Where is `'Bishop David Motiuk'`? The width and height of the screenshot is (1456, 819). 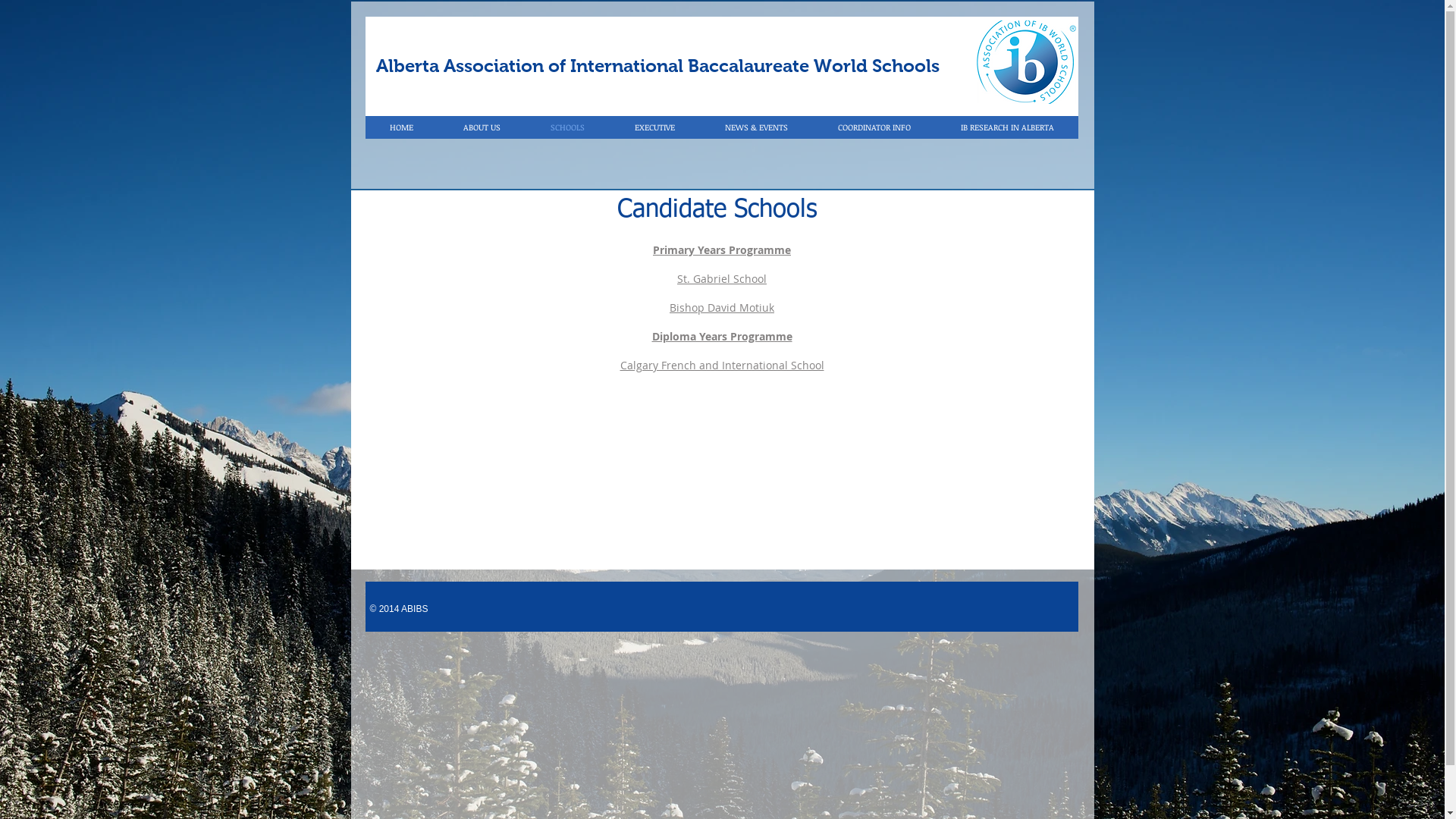 'Bishop David Motiuk' is located at coordinates (720, 307).